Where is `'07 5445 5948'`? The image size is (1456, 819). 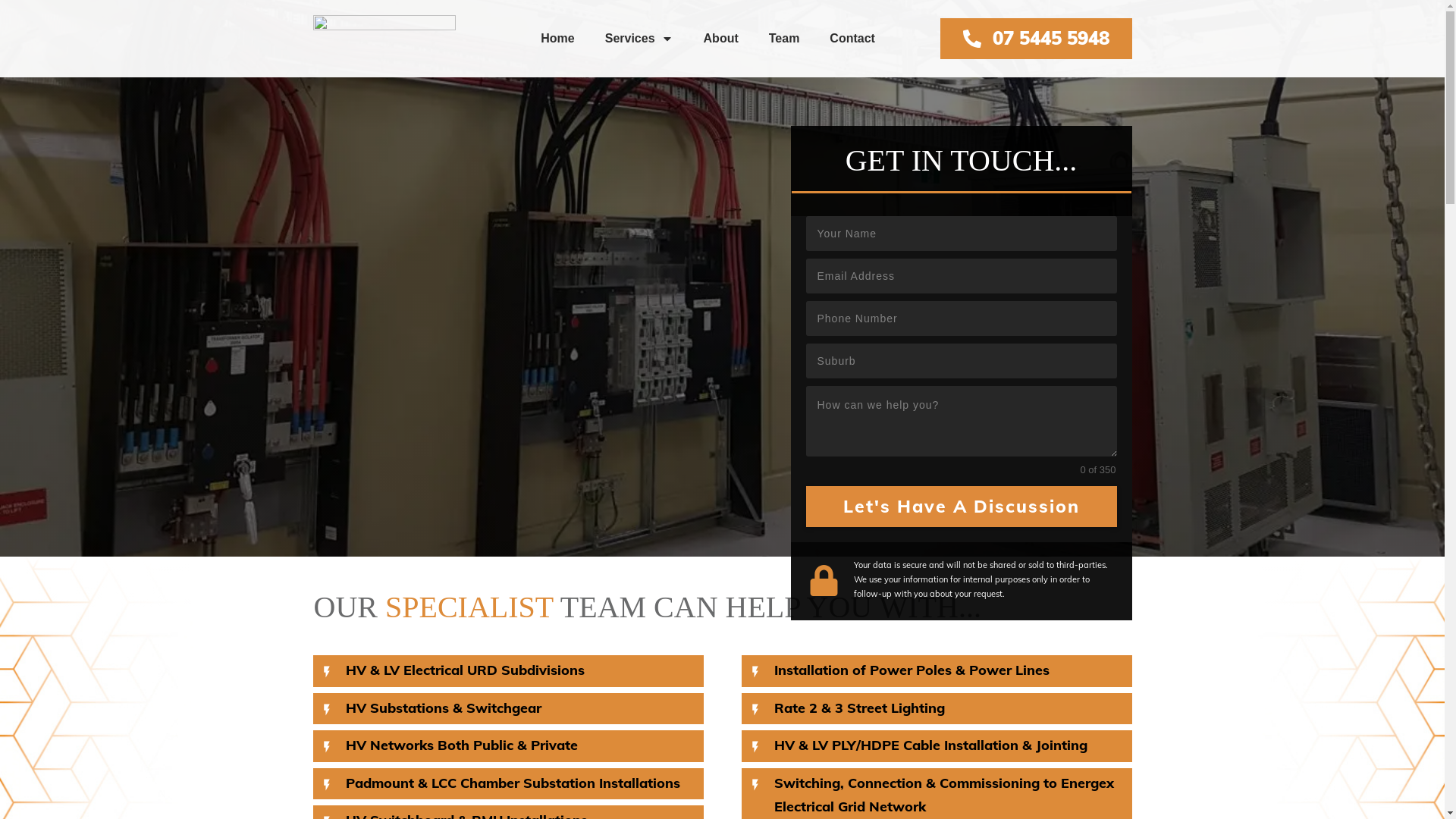
'07 5445 5948' is located at coordinates (1035, 37).